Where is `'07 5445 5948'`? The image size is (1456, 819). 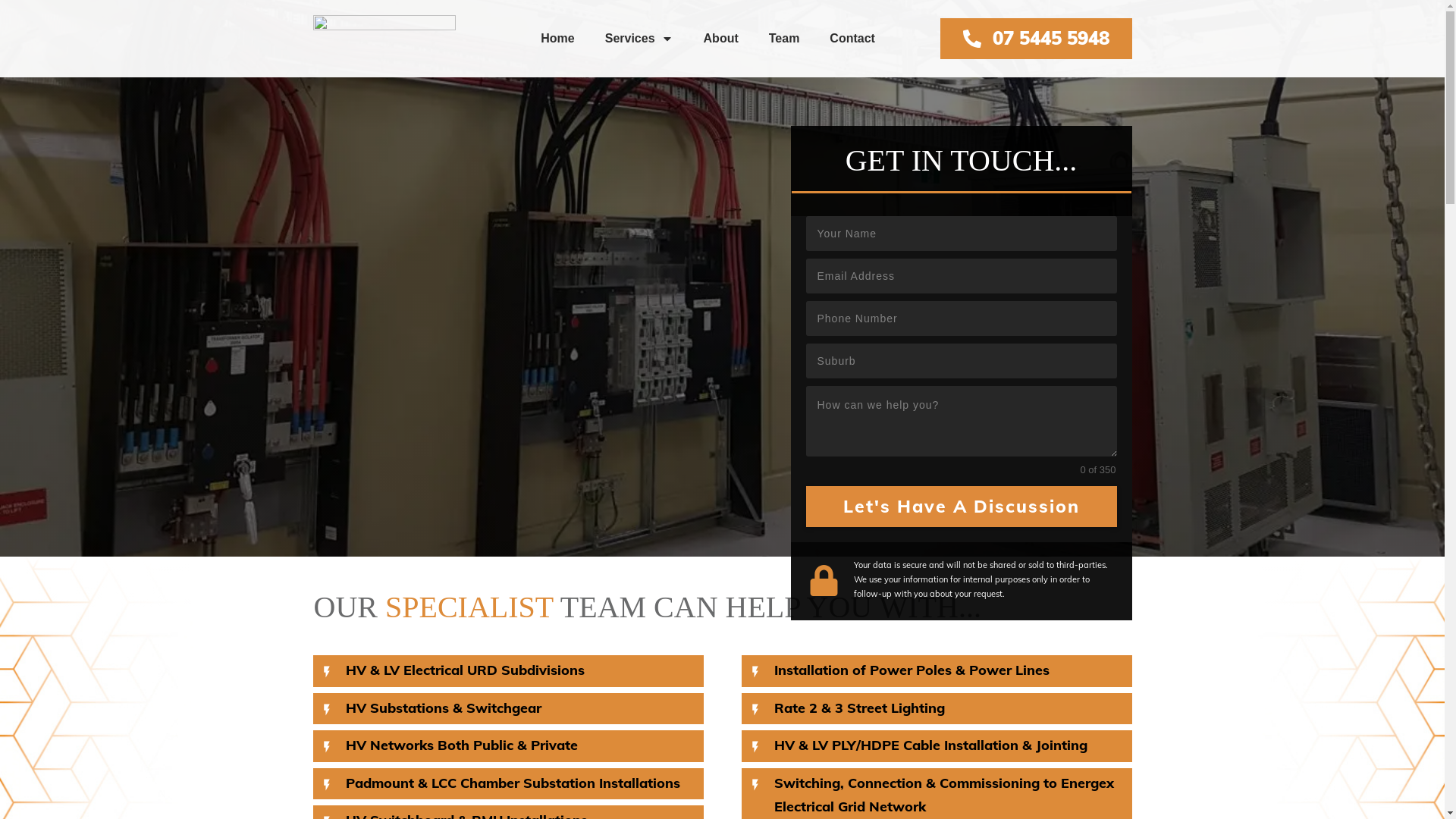
'07 5445 5948' is located at coordinates (1035, 37).